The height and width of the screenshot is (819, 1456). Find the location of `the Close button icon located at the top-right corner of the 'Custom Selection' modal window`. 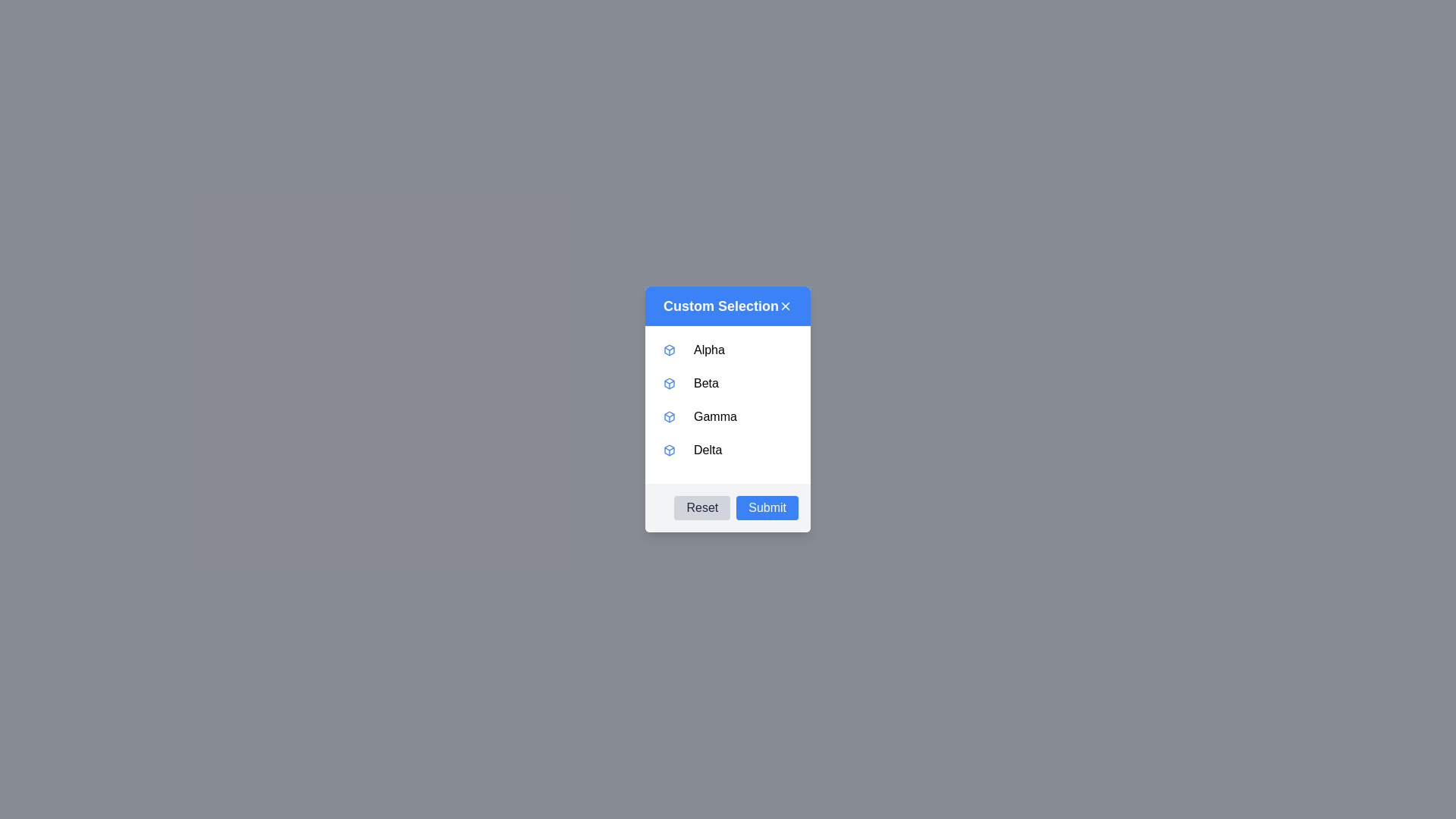

the Close button icon located at the top-right corner of the 'Custom Selection' modal window is located at coordinates (786, 306).